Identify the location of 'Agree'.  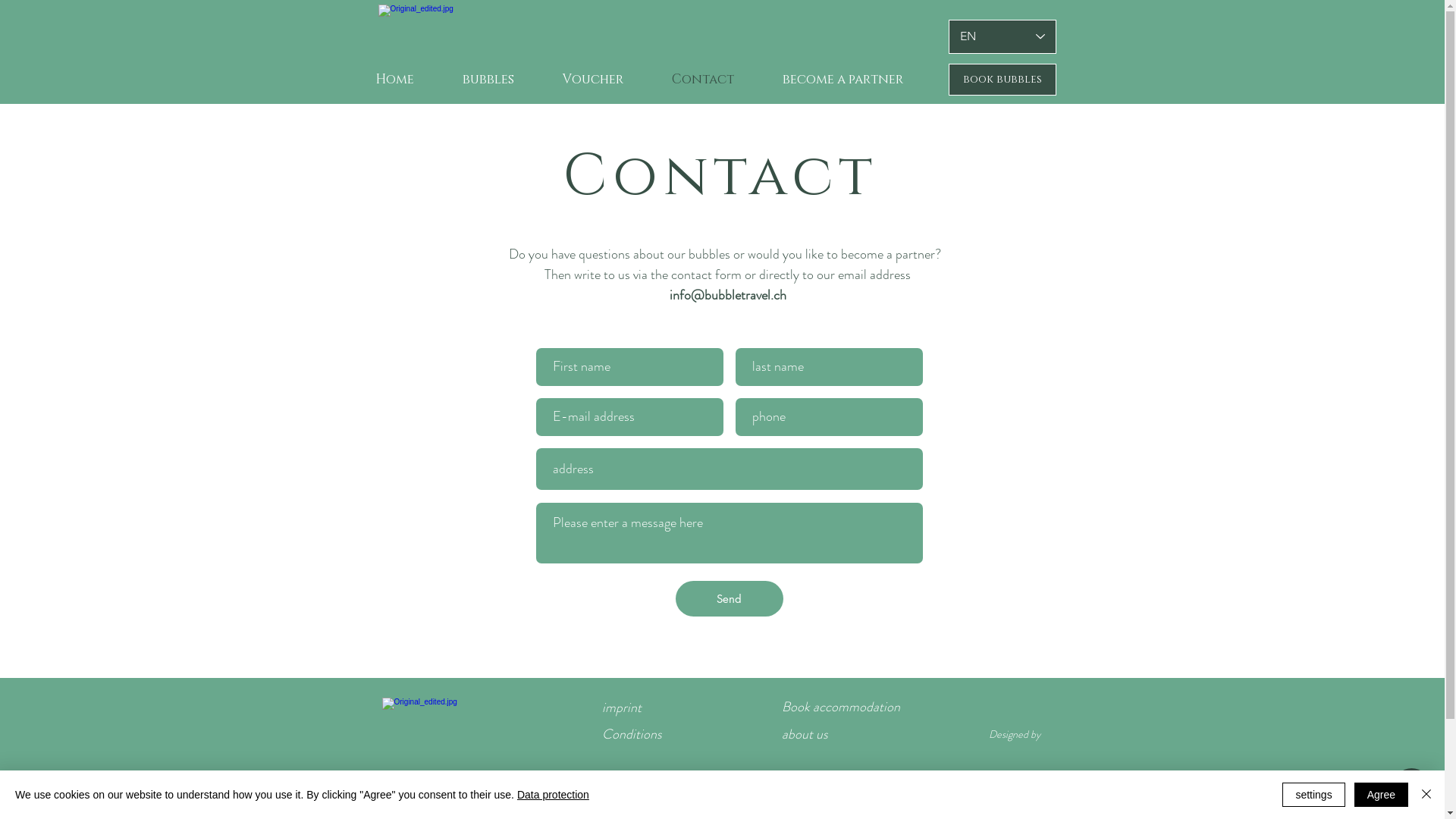
(1381, 794).